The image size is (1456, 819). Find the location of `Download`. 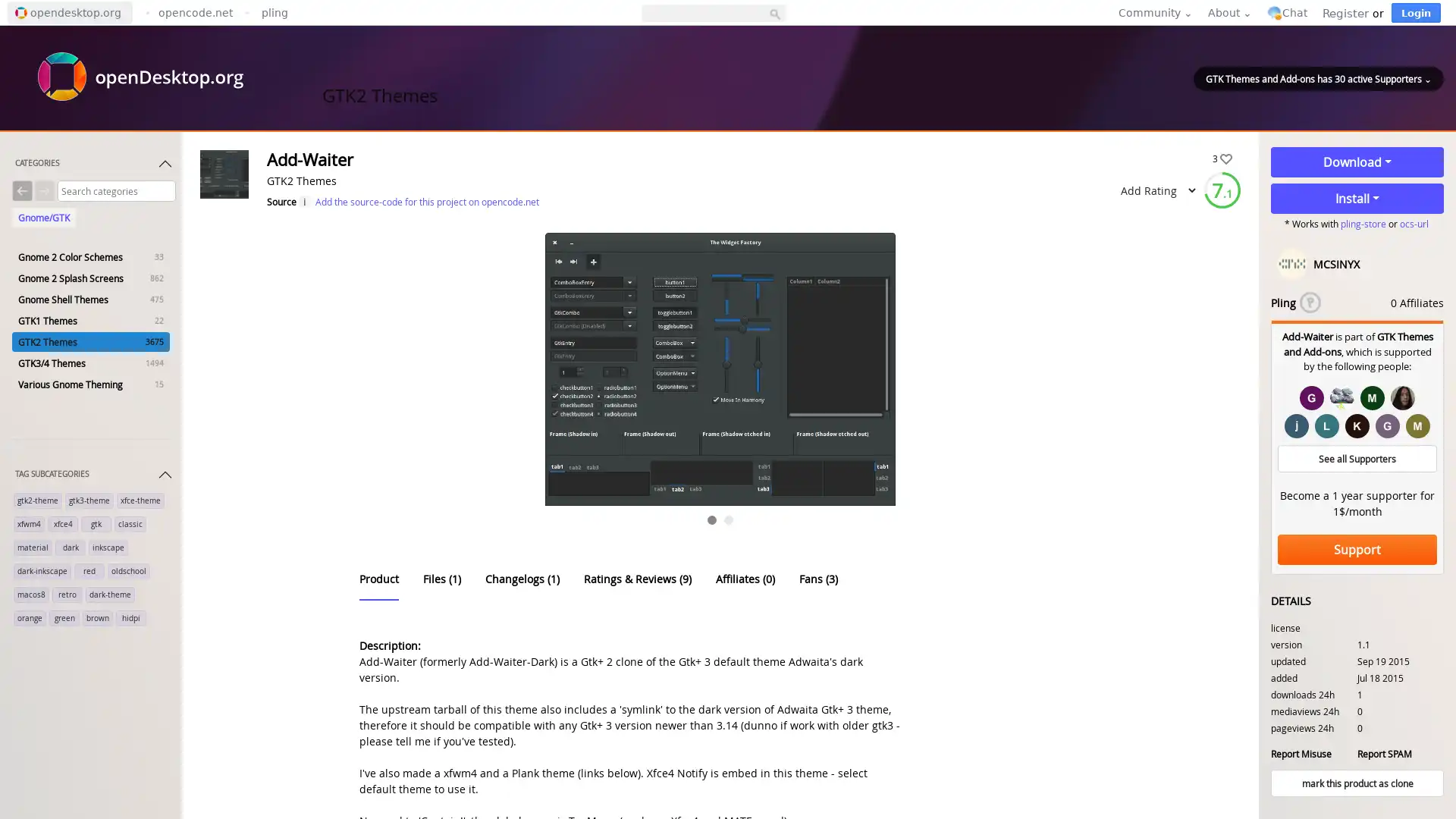

Download is located at coordinates (1357, 162).